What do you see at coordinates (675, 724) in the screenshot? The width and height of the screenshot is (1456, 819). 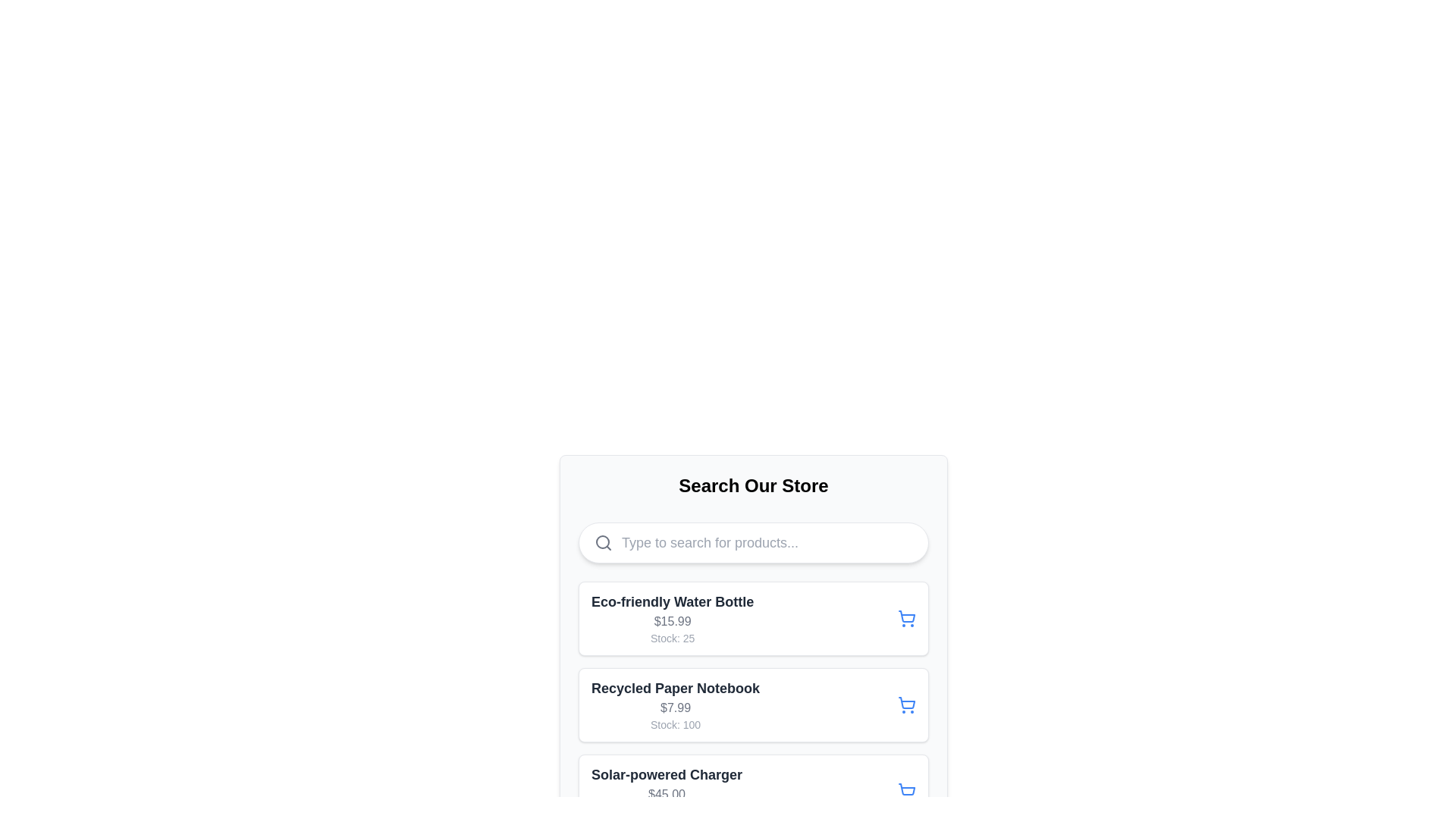 I see `the static text label that indicates product availability, located below the title 'Recycled Paper Notebook' and the price '$7.99'` at bounding box center [675, 724].